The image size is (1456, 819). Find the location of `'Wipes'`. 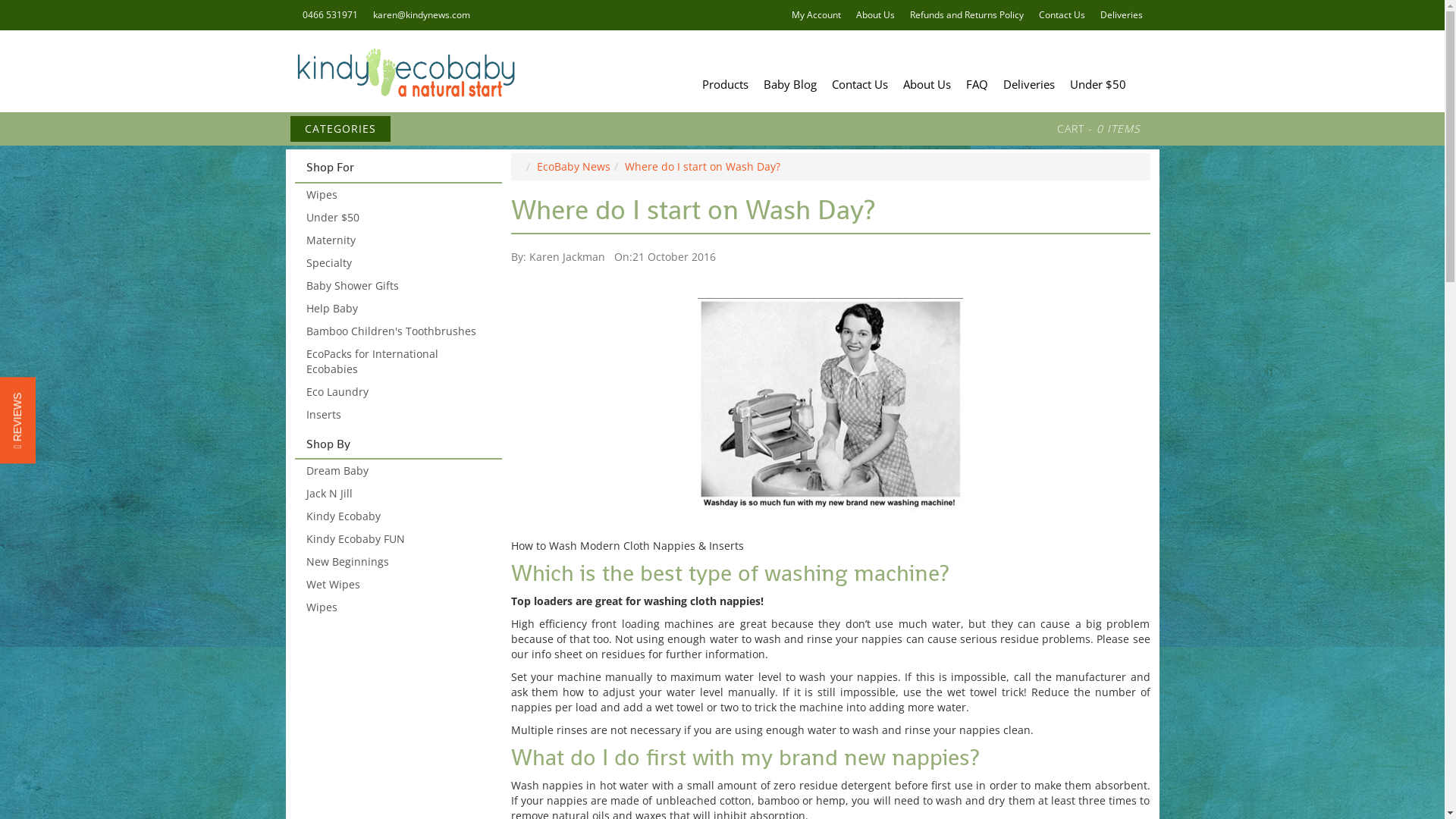

'Wipes' is located at coordinates (294, 607).